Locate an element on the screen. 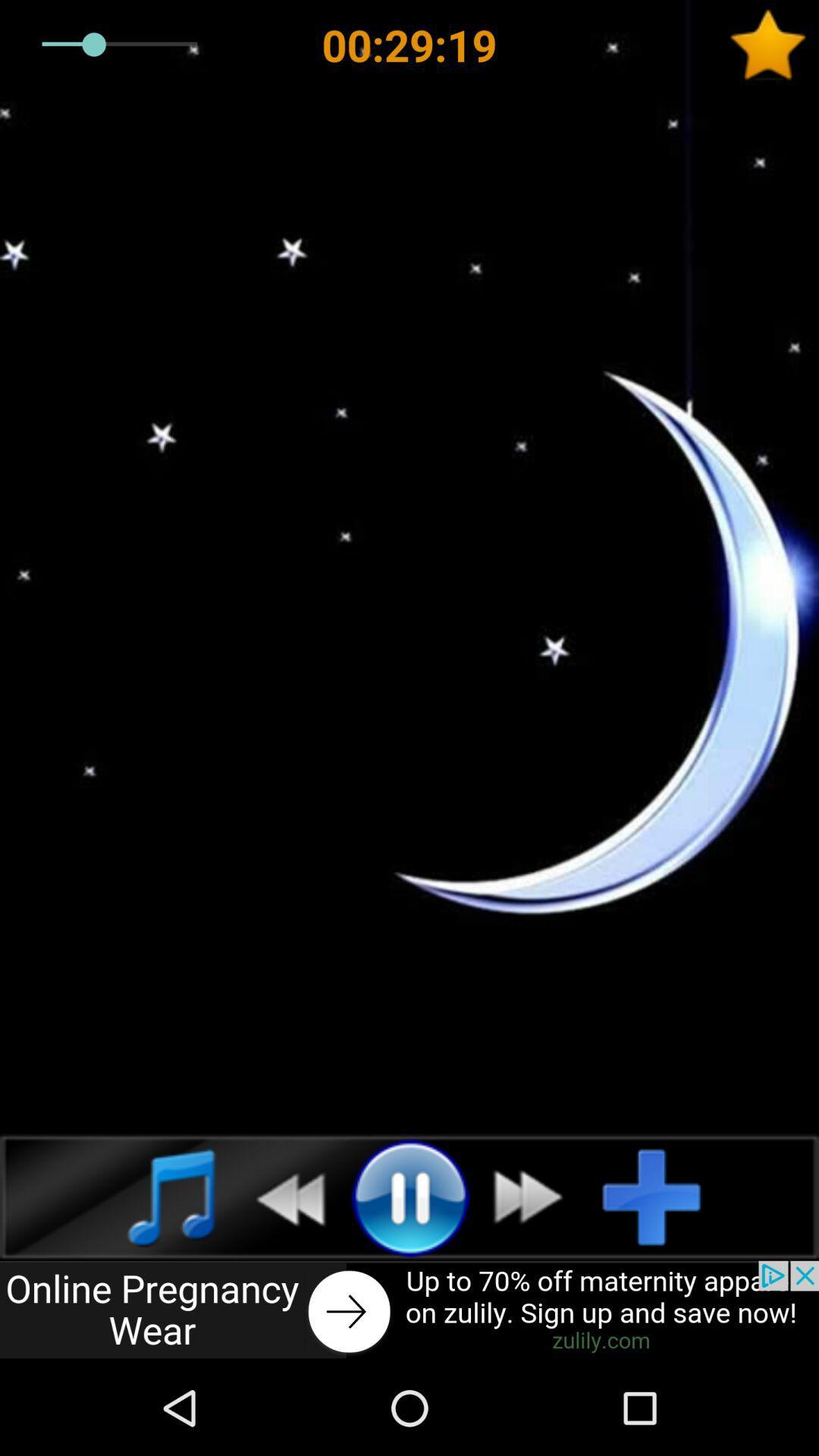 The width and height of the screenshot is (819, 1456). pause sound is located at coordinates (409, 1196).